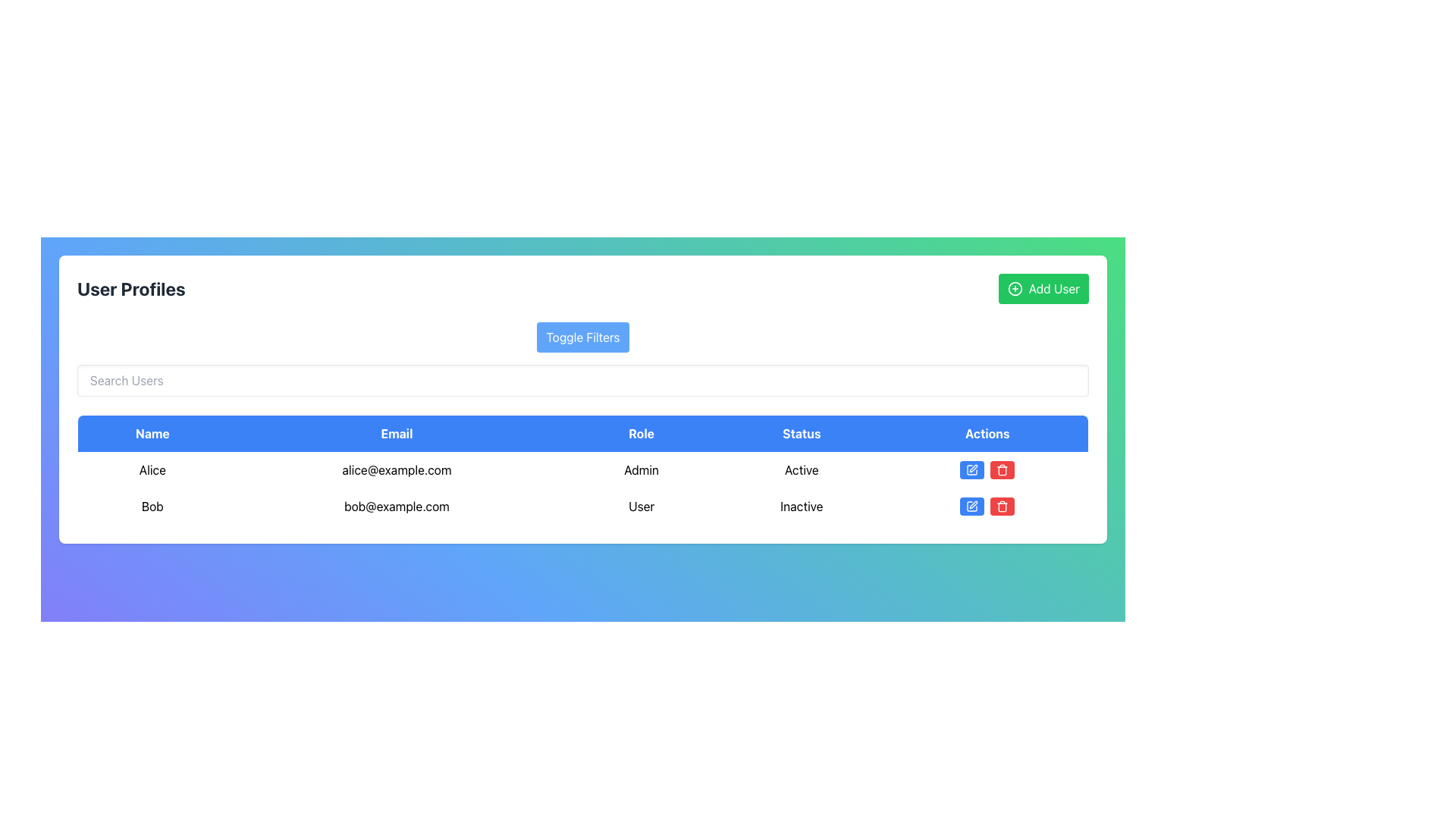 Image resolution: width=1456 pixels, height=819 pixels. Describe the element at coordinates (972, 469) in the screenshot. I see `the edit icon located inside the blue button at the rightmost position of the 'Actions' column for the user 'Bob', which is positioned before the red trashcan icon, to potentially see a tooltip` at that location.